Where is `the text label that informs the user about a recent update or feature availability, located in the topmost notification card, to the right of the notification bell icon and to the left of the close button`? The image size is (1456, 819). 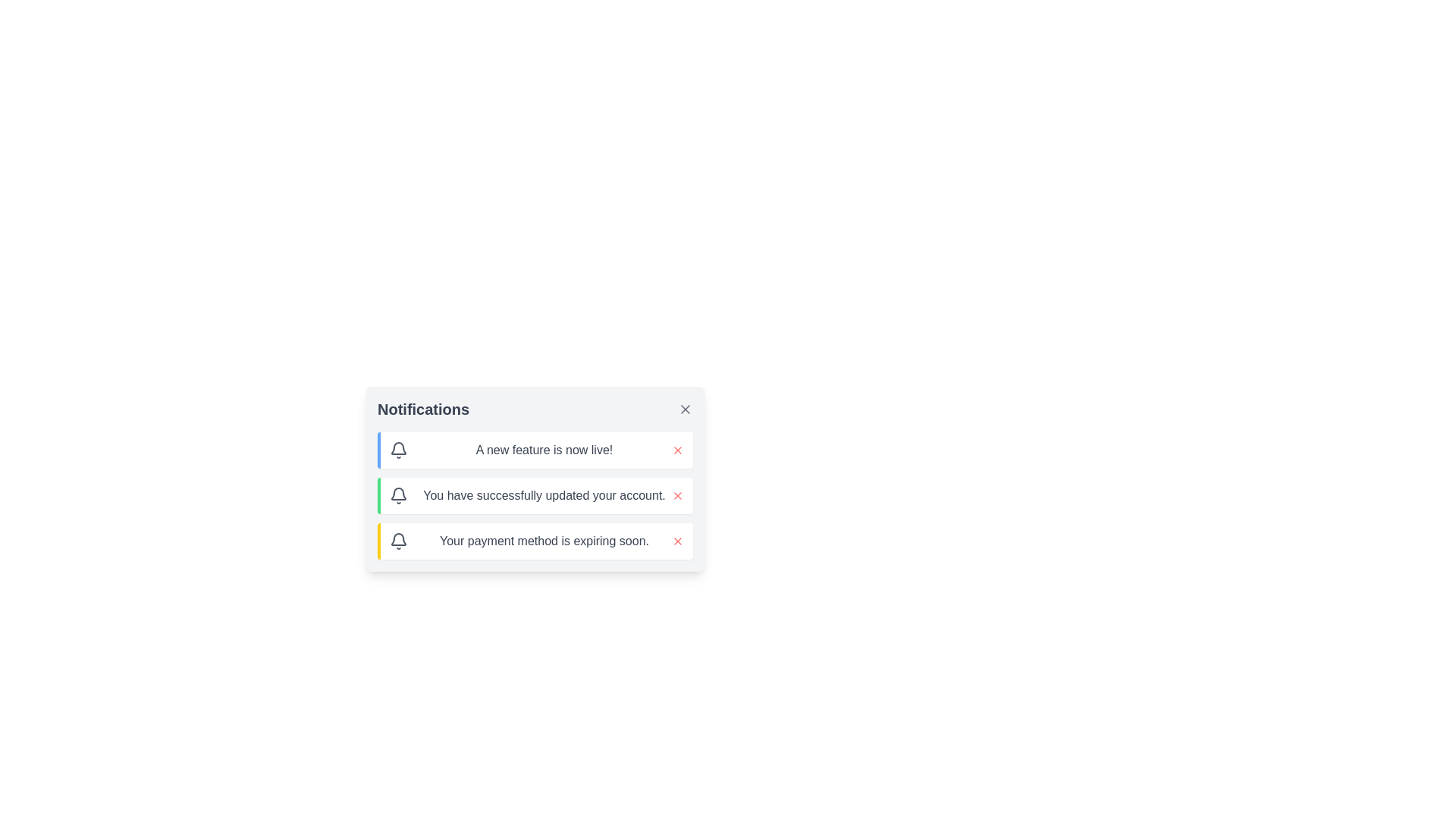 the text label that informs the user about a recent update or feature availability, located in the topmost notification card, to the right of the notification bell icon and to the left of the close button is located at coordinates (544, 450).